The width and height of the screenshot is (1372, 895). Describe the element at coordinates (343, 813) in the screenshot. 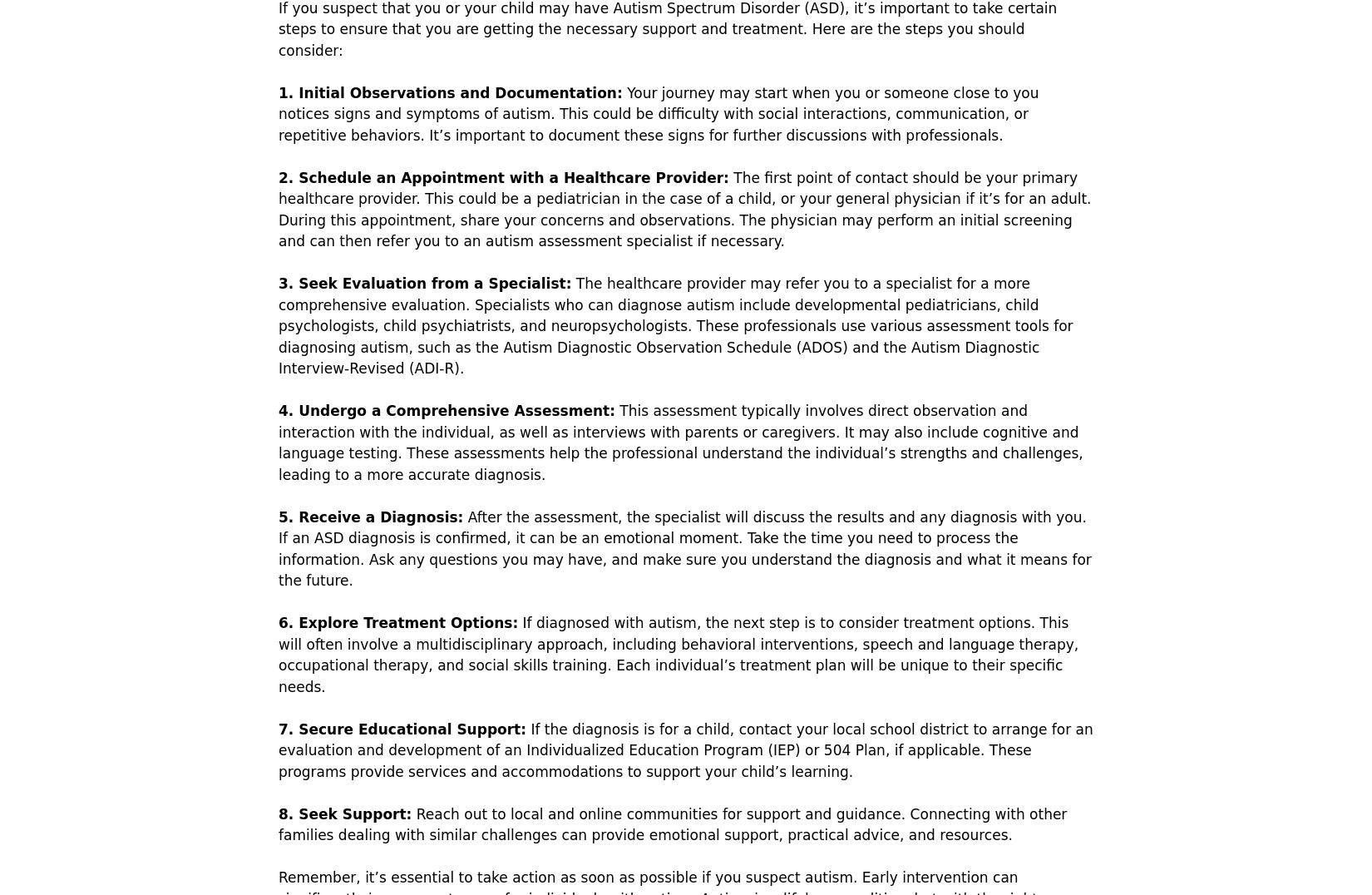

I see `'8. Seek Support:'` at that location.